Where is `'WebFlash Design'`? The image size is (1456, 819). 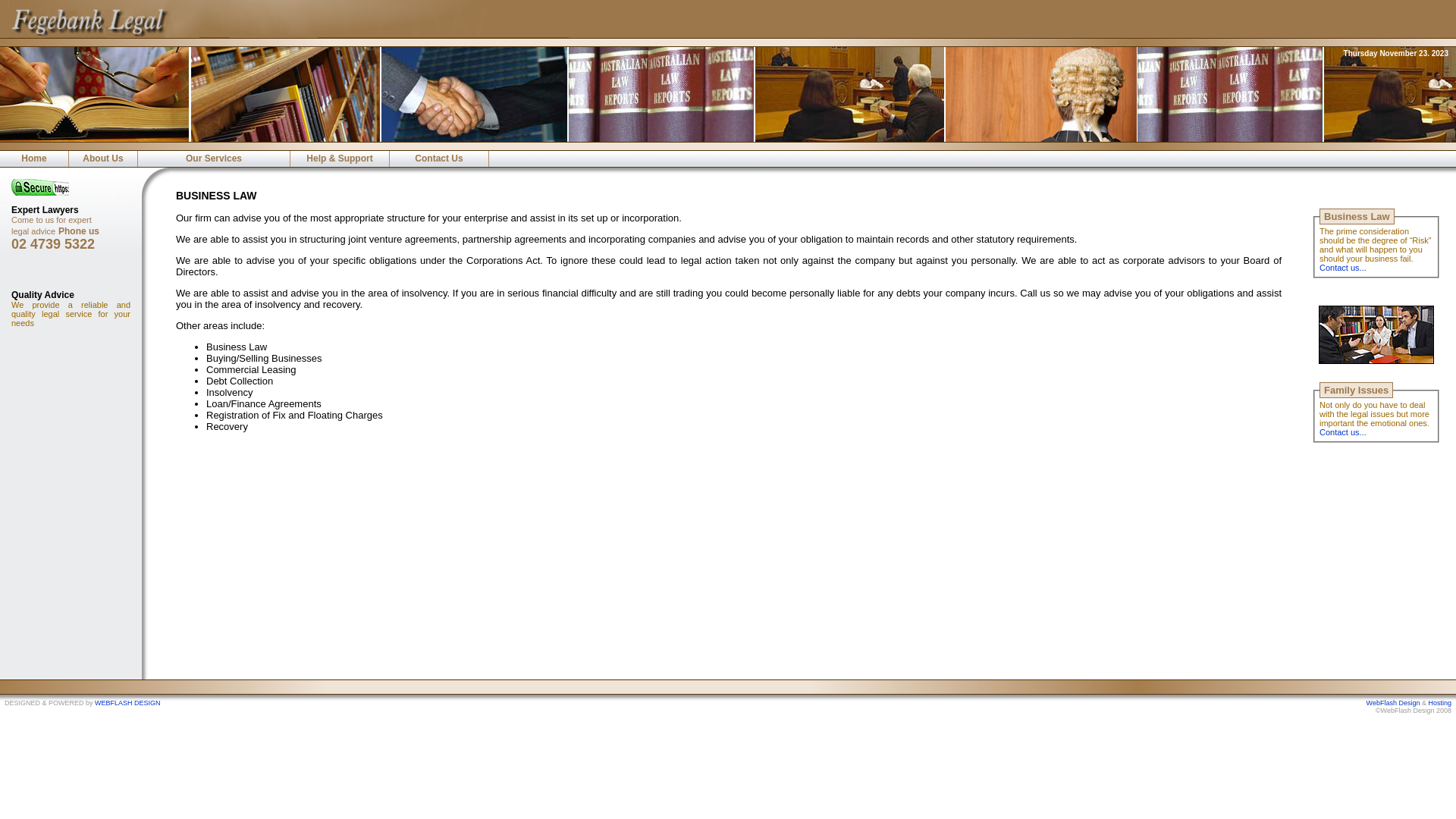 'WebFlash Design' is located at coordinates (1393, 702).